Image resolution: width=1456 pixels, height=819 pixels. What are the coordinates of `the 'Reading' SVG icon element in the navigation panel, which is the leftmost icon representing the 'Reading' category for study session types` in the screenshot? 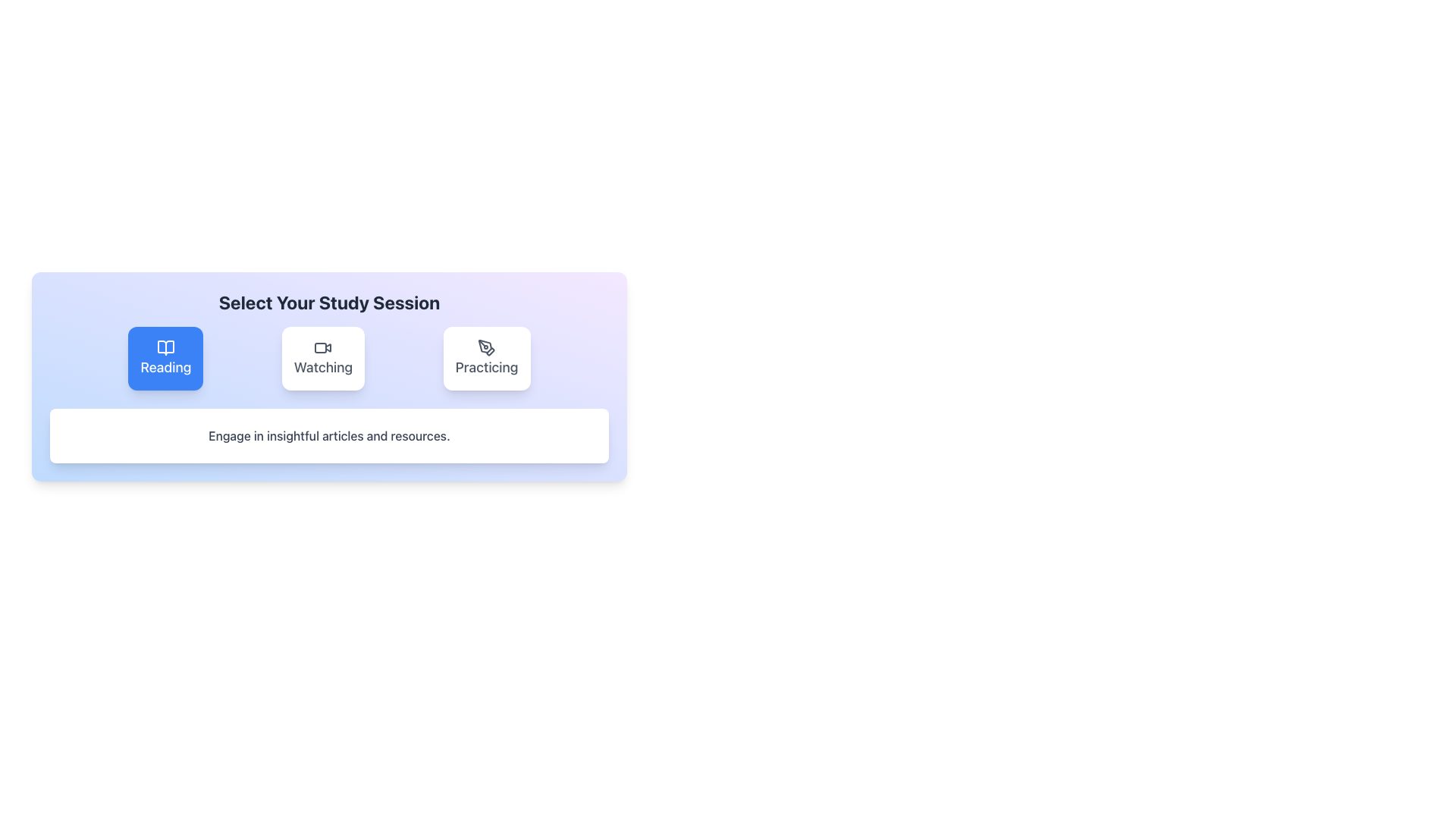 It's located at (165, 348).